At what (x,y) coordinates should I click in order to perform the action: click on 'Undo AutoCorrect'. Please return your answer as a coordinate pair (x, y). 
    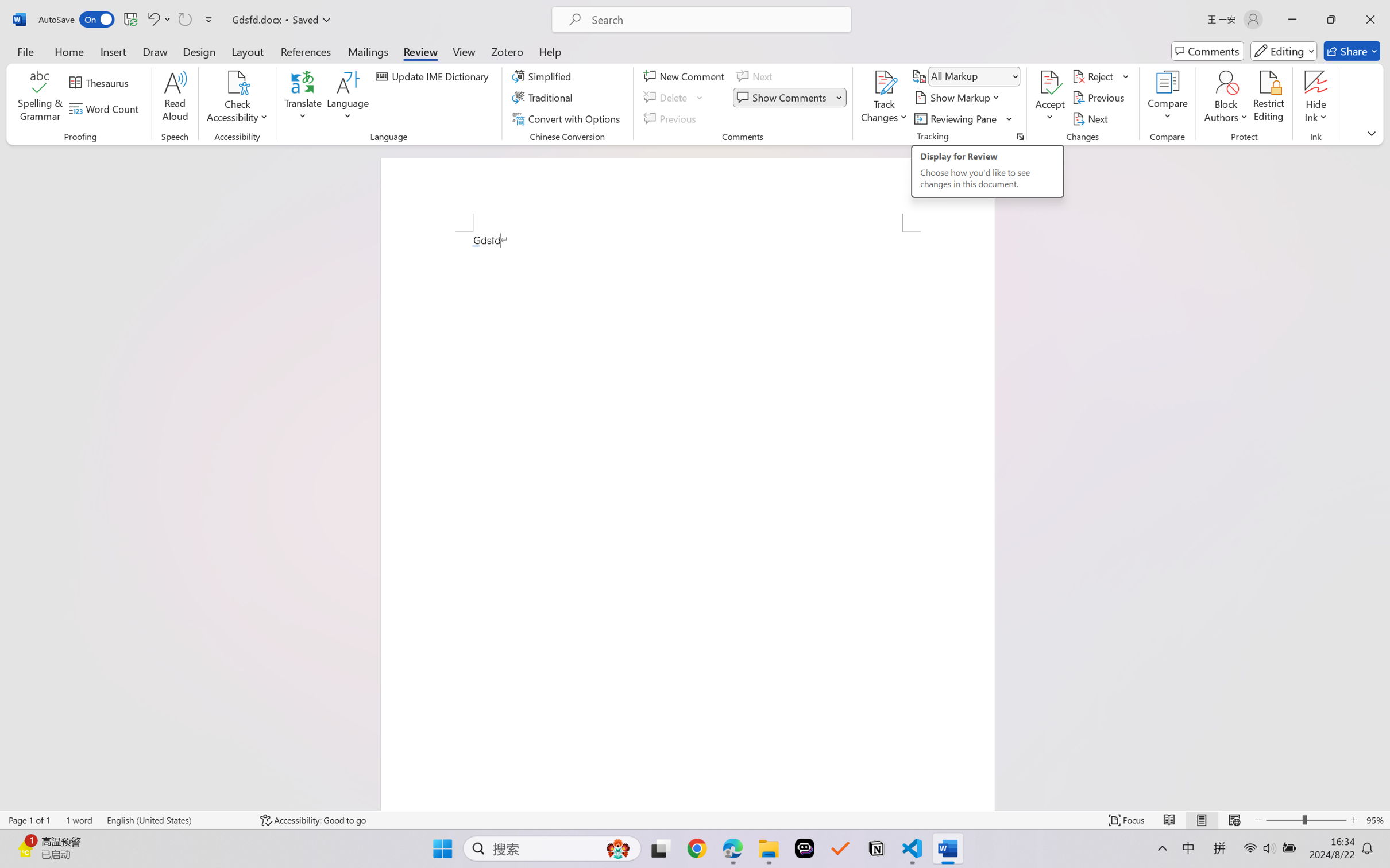
    Looking at the image, I should click on (152, 19).